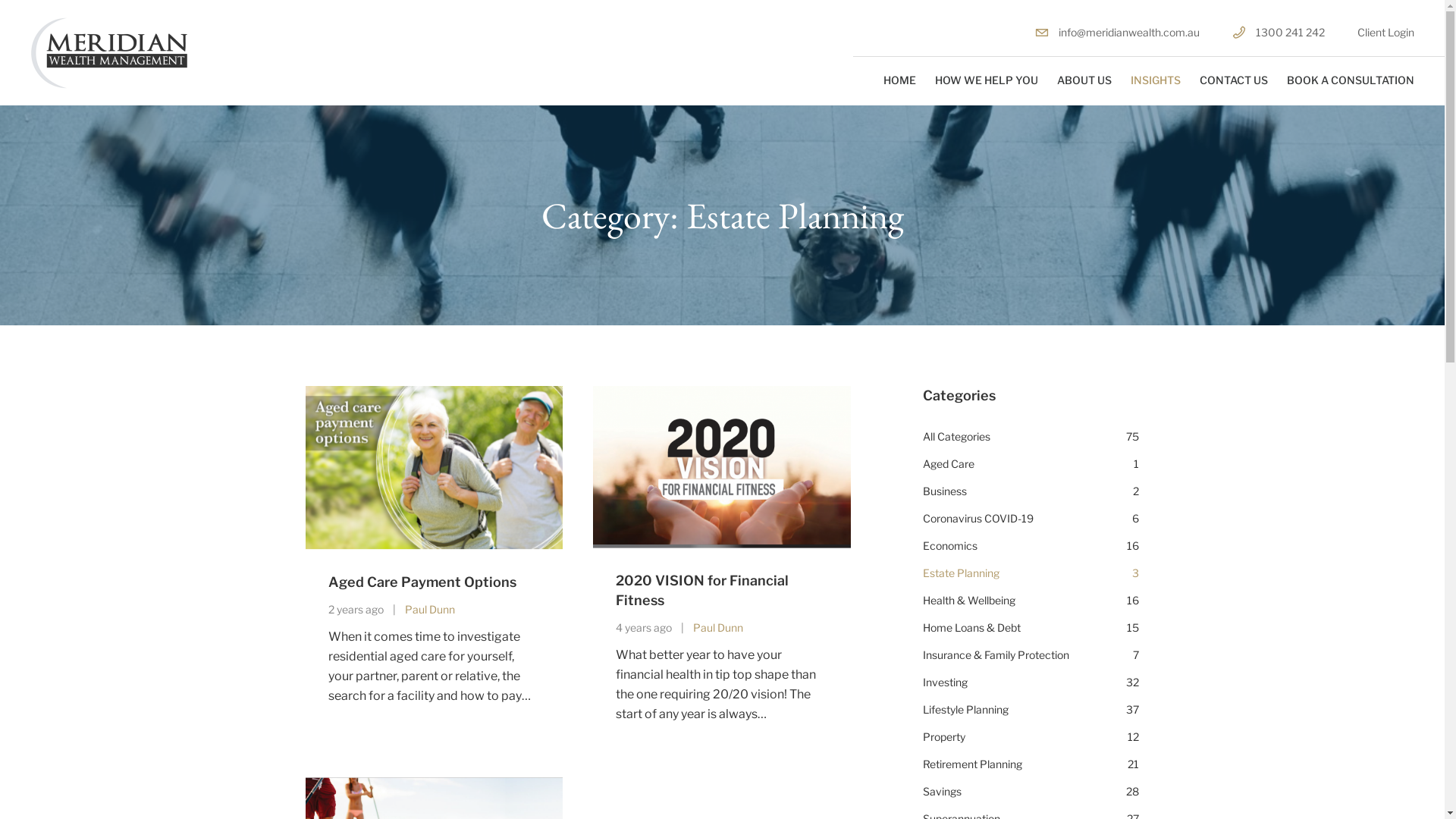  Describe the element at coordinates (986, 80) in the screenshot. I see `'HOW WE HELP YOU'` at that location.